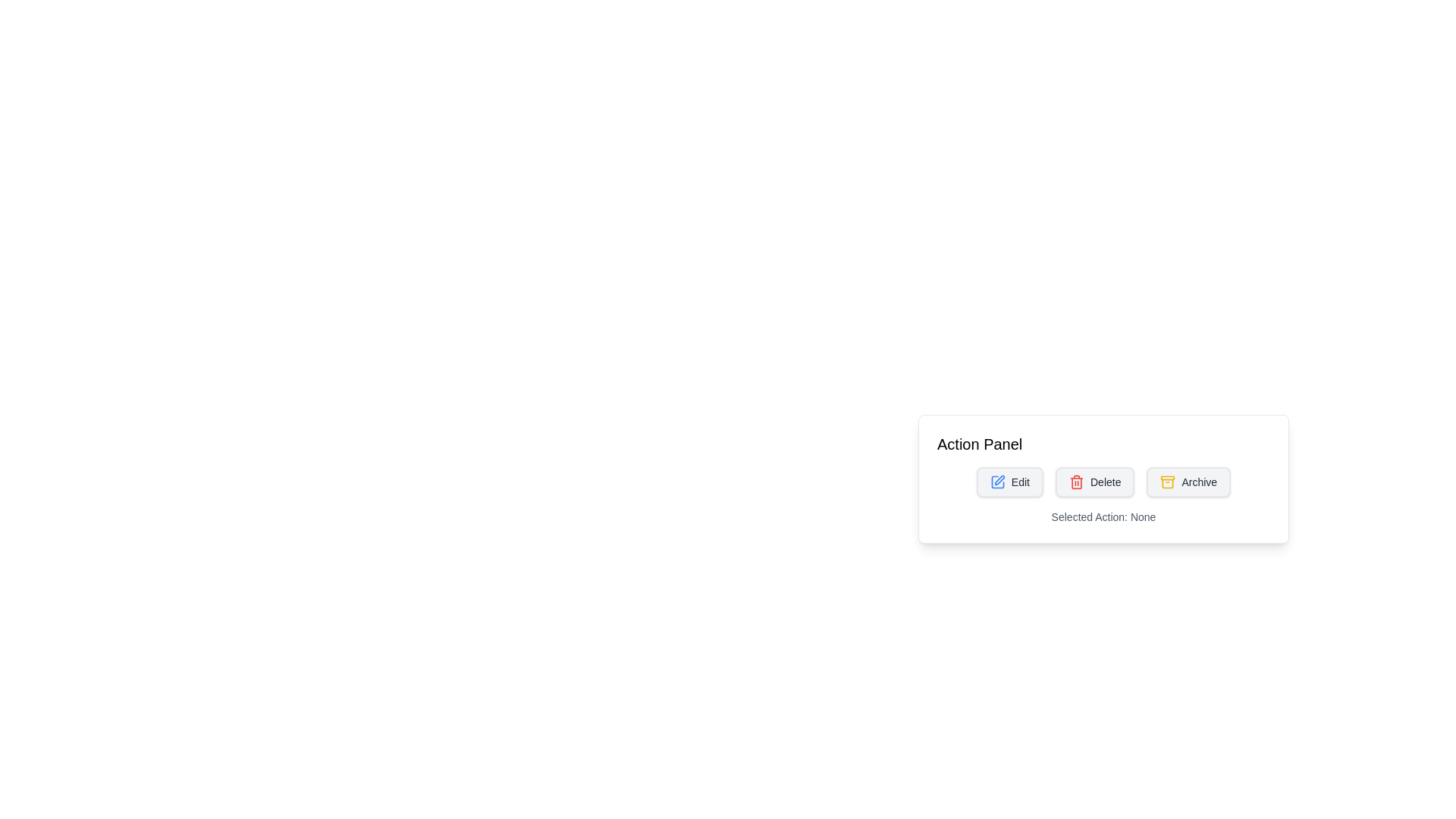 Image resolution: width=1456 pixels, height=819 pixels. Describe the element at coordinates (1095, 482) in the screenshot. I see `the delete button, which is the second button in a horizontal list of three buttons, positioned between 'Edit' and 'Archive'` at that location.